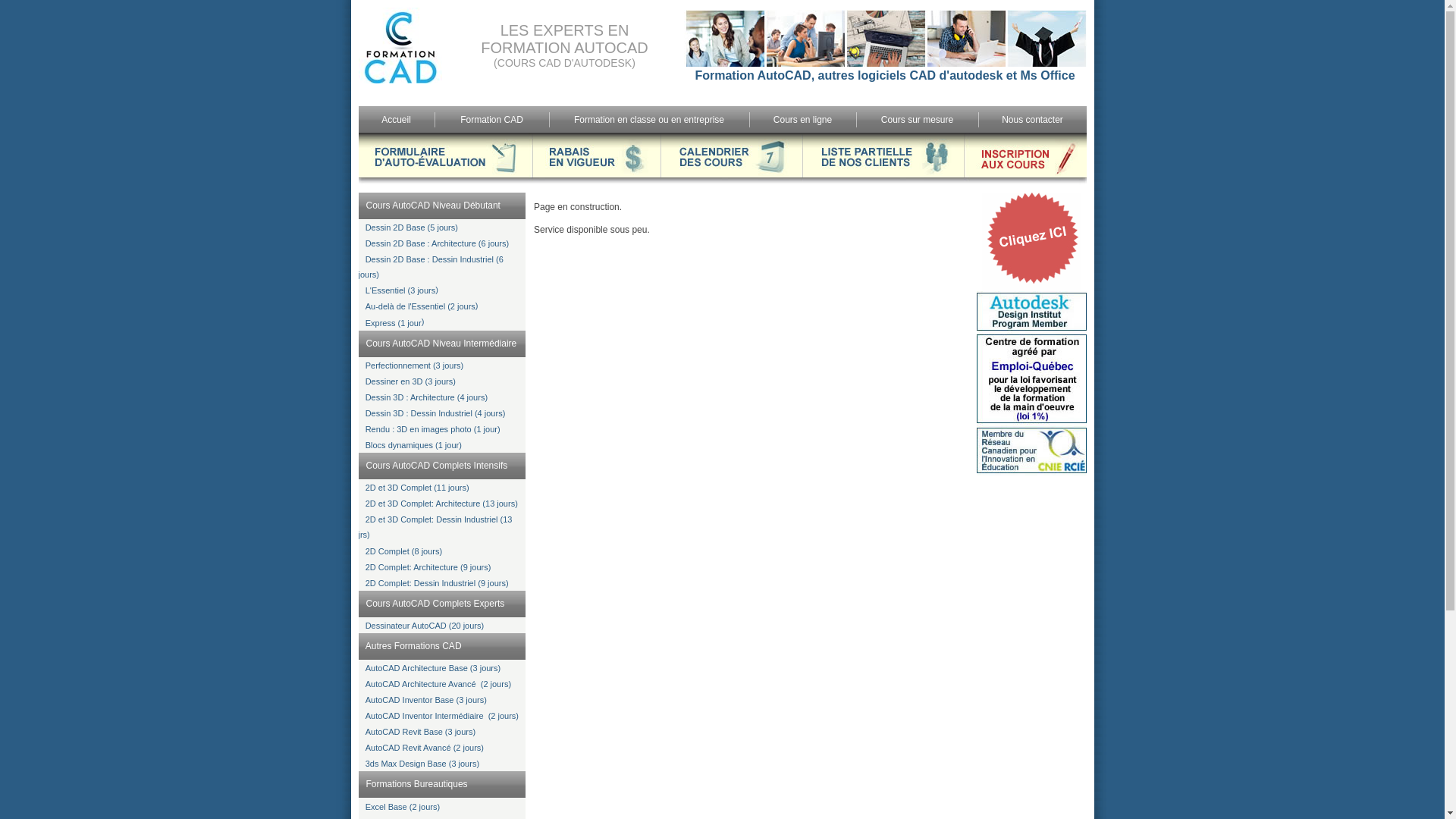 The width and height of the screenshot is (1456, 819). Describe the element at coordinates (434, 526) in the screenshot. I see `'2D et 3D Complet: Dessin Industriel (13 jrs)'` at that location.